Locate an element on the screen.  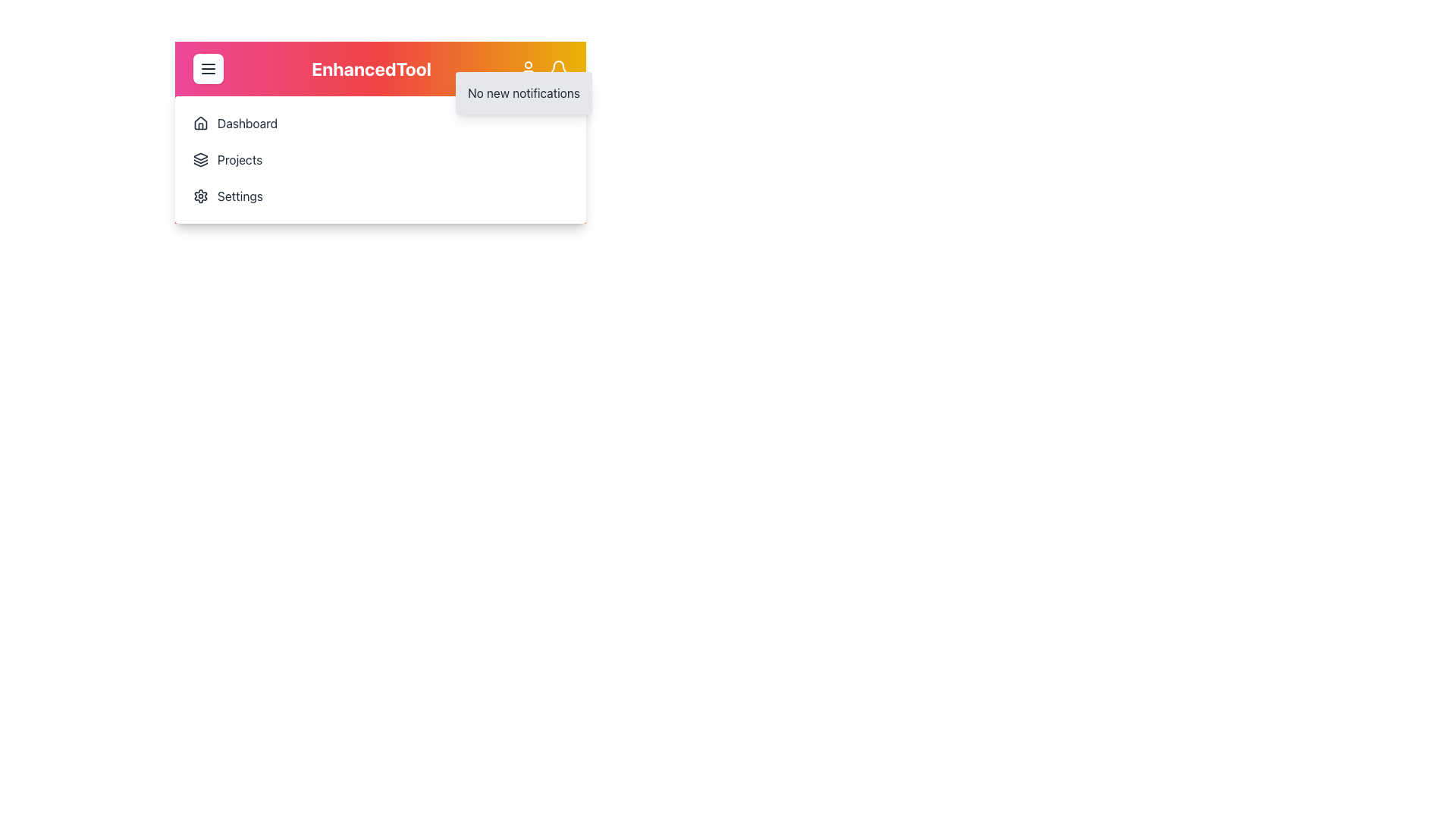
the multi-layered dark icon located to the left of the 'Projects' text in the navigation menu is located at coordinates (199, 160).